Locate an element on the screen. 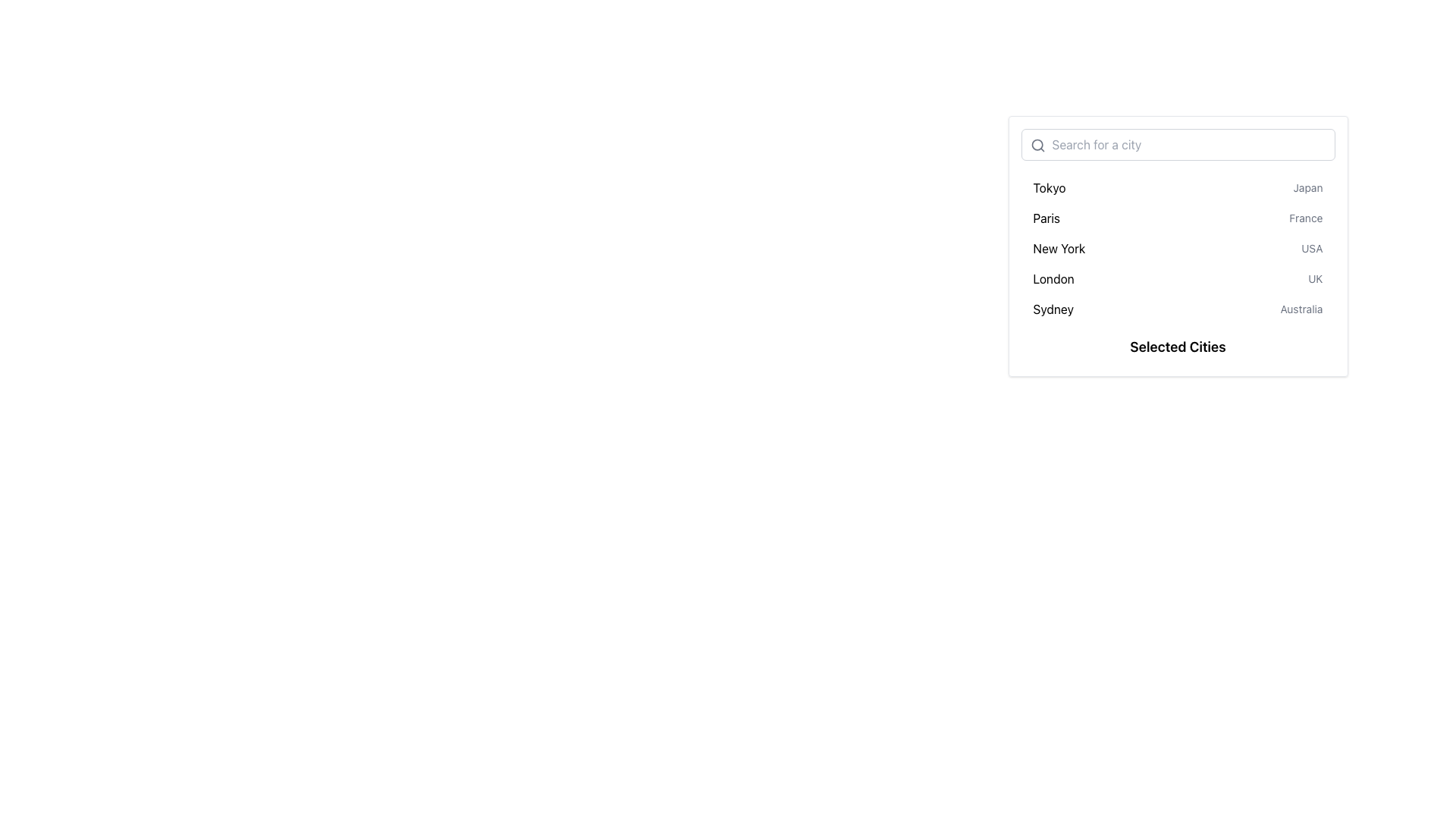  the Text Label displaying the word 'Paris' in bold black text, which is located in the left column of a two-column layout, specifically in the second position of a vertical list of city names is located at coordinates (1046, 218).